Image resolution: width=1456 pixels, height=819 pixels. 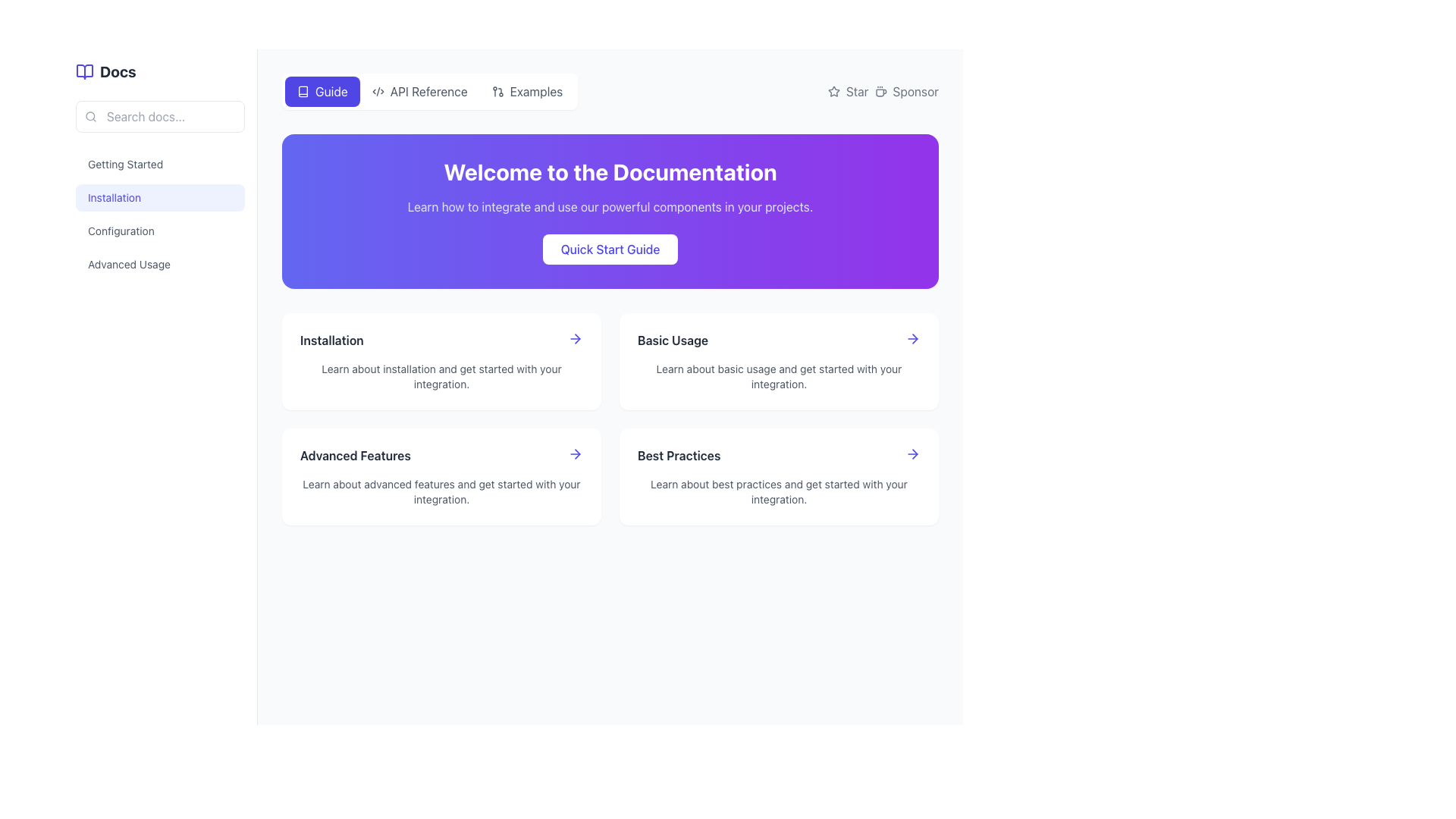 What do you see at coordinates (378, 91) in the screenshot?
I see `the 'API Reference' icon, which serves as a visual indicator for the API Reference module and is positioned to the left of the button labeled 'API Reference'` at bounding box center [378, 91].